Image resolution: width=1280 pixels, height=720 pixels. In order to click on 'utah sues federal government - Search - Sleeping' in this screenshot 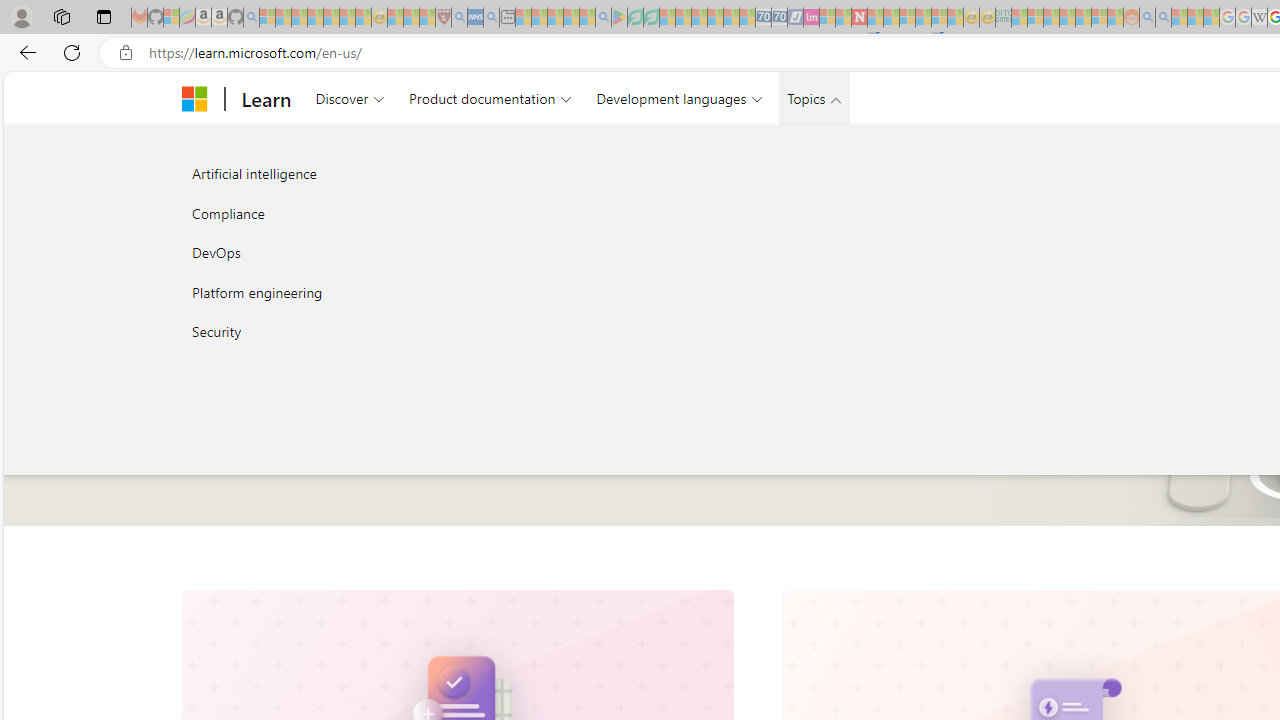, I will do `click(491, 17)`.